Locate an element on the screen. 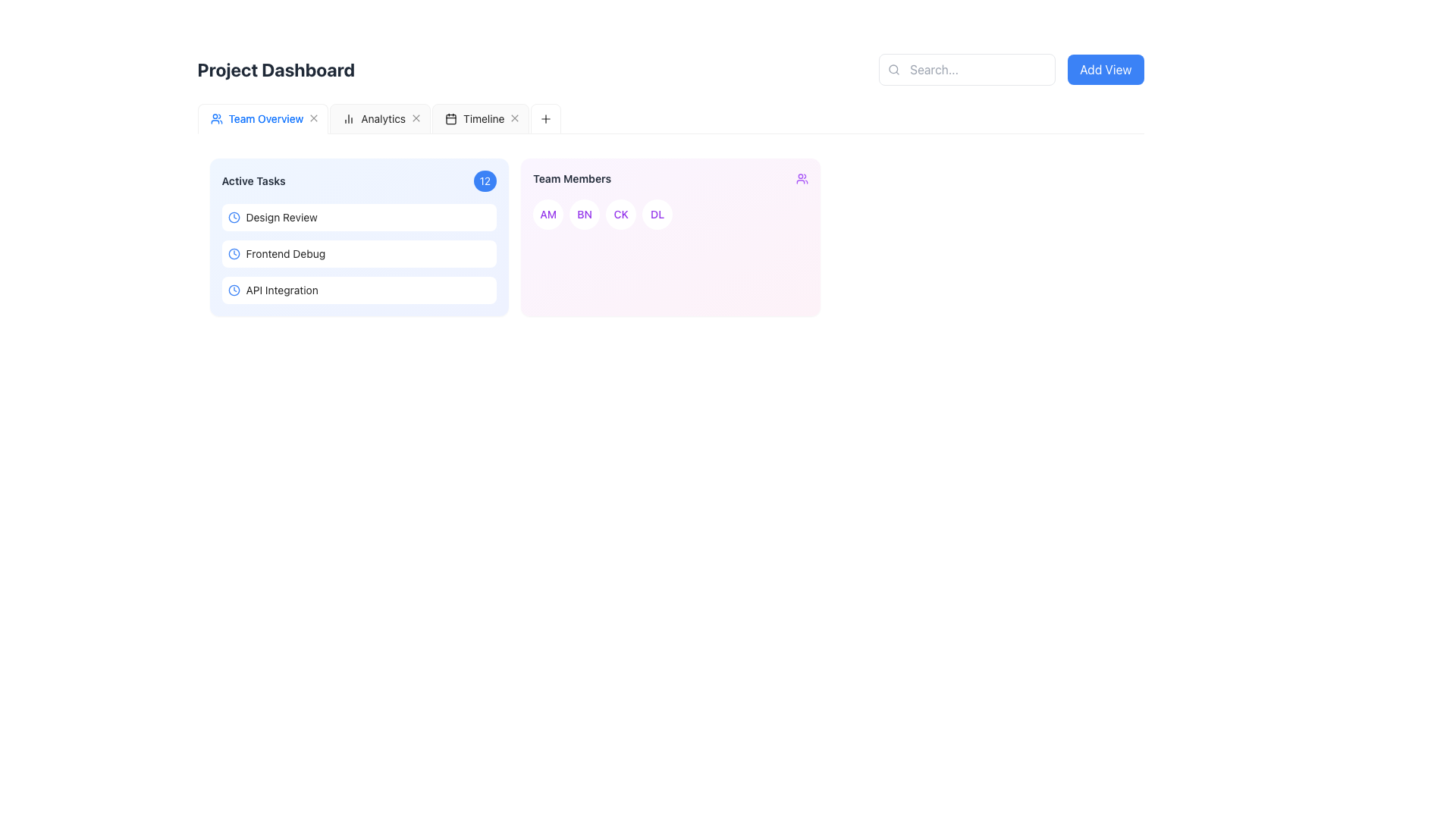 This screenshot has width=1456, height=819. the close button represented by an 'X' icon, located to the right of the 'Team Overview' tab in the navigation bar is located at coordinates (313, 118).